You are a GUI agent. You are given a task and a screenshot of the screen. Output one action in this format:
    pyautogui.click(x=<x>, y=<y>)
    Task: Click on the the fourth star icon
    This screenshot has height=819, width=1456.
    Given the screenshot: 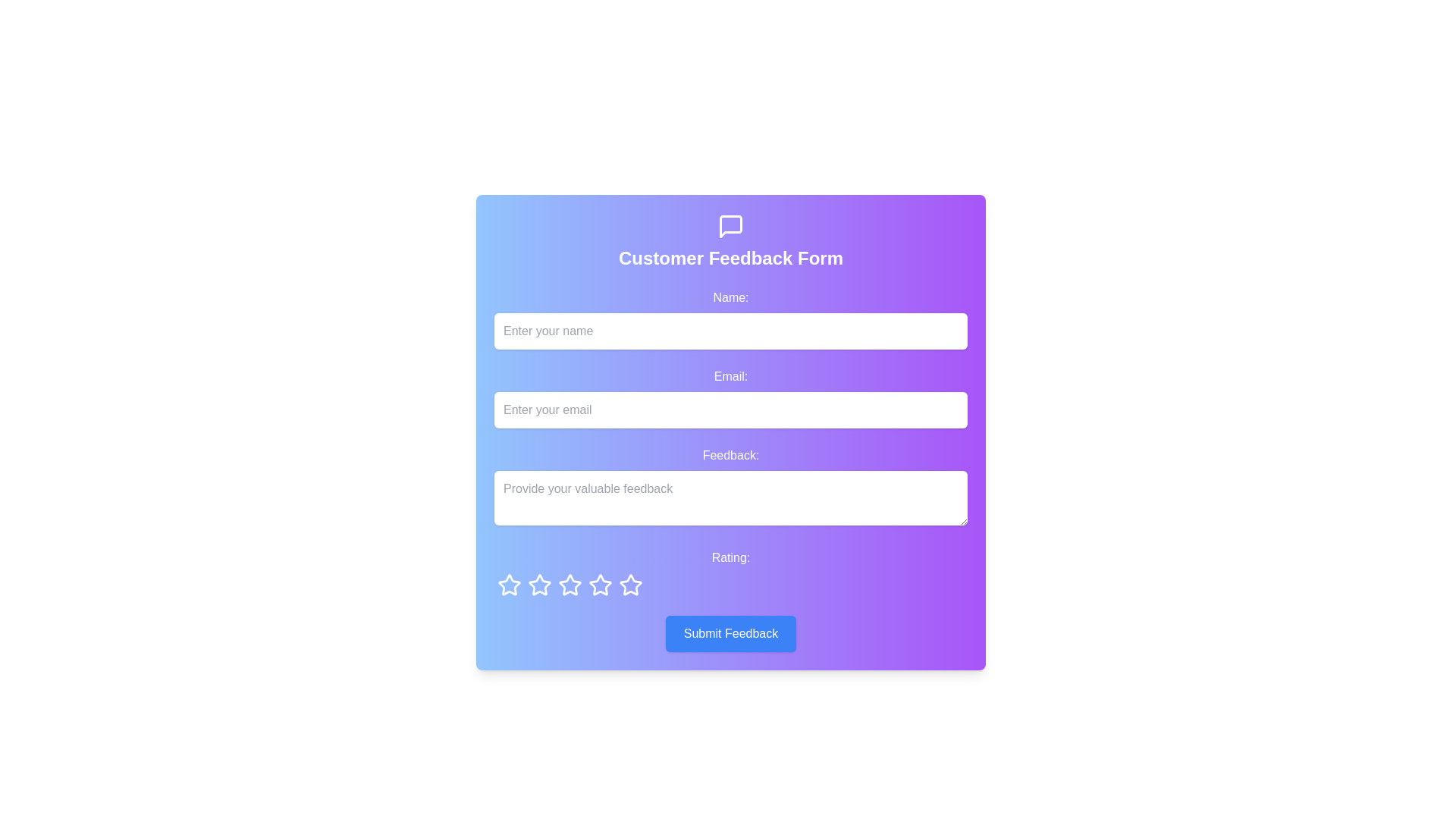 What is the action you would take?
    pyautogui.click(x=570, y=584)
    